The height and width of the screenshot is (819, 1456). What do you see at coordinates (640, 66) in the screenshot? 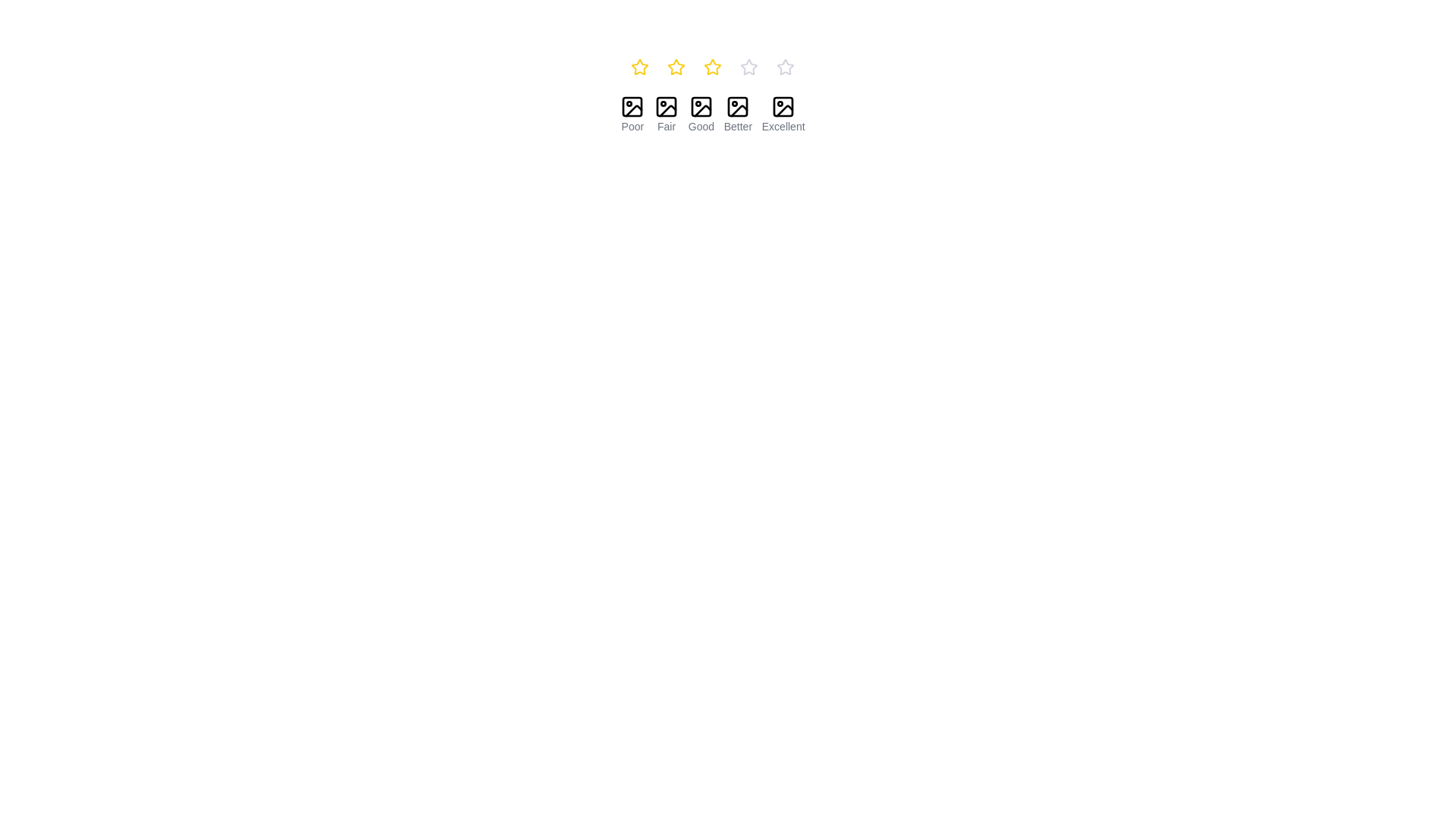
I see `the second star icon from the left in the rating row` at bounding box center [640, 66].